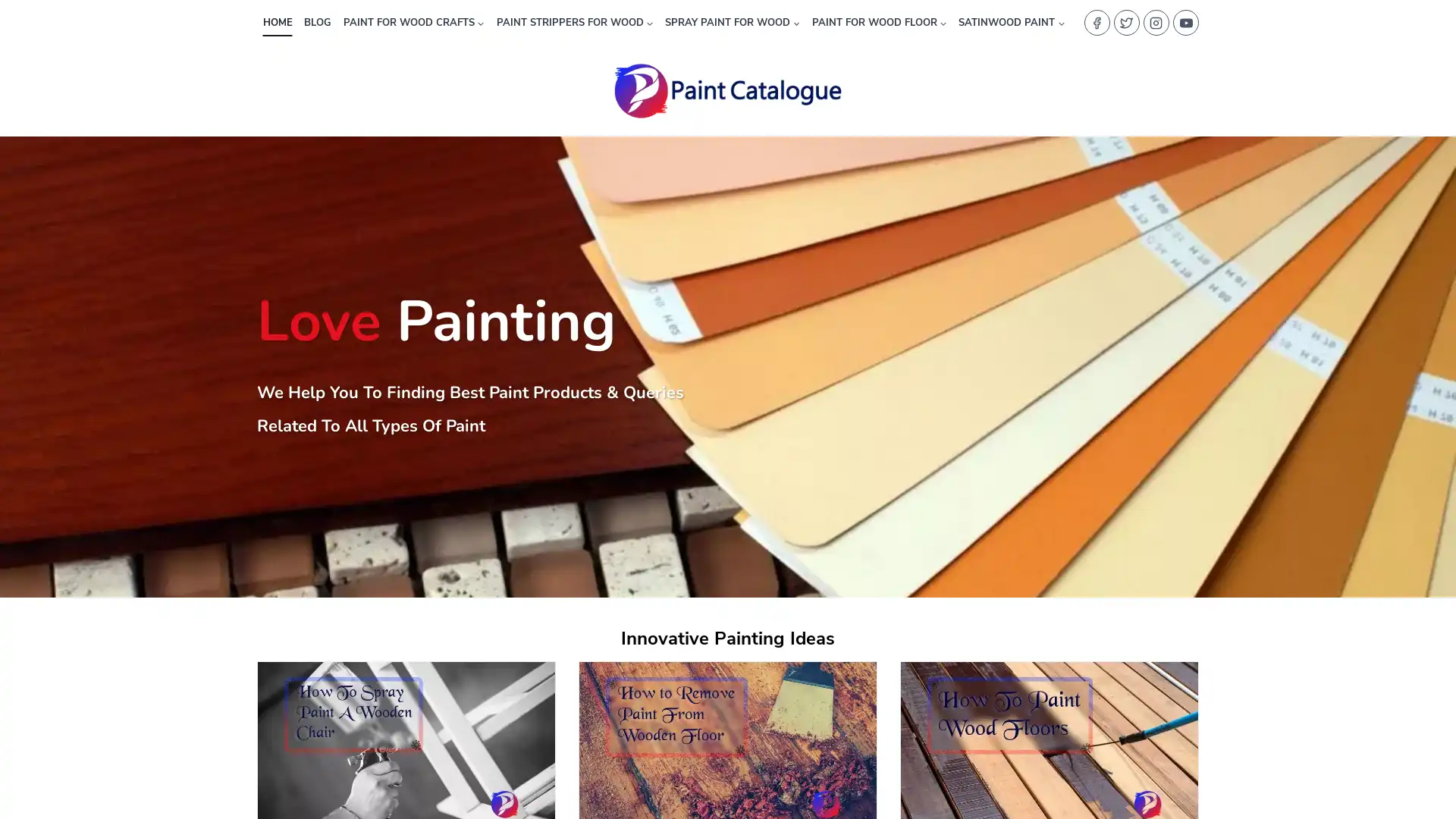  What do you see at coordinates (1423, 772) in the screenshot?
I see `Scroll to top` at bounding box center [1423, 772].